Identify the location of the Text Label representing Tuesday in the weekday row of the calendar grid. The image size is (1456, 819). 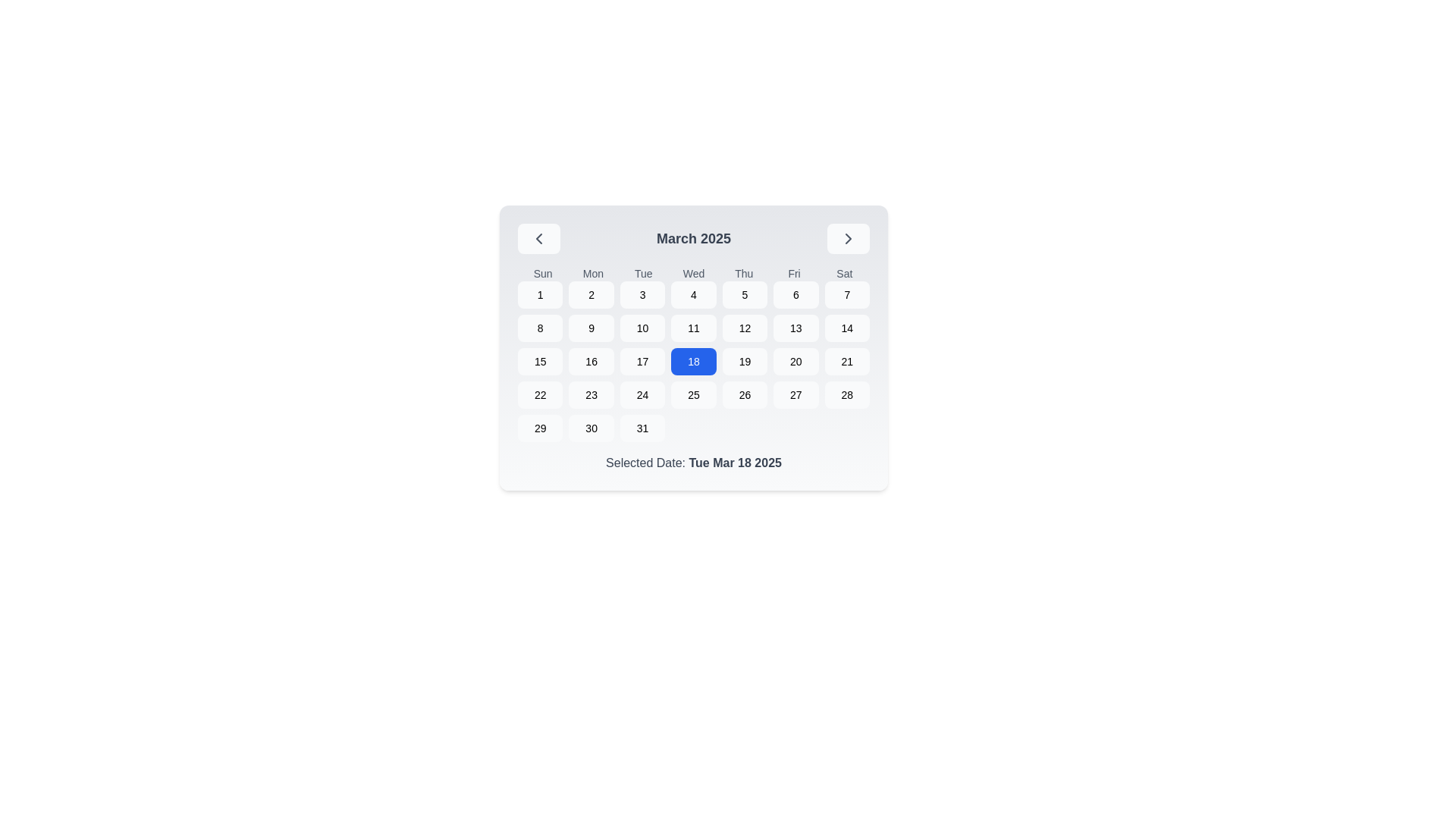
(643, 274).